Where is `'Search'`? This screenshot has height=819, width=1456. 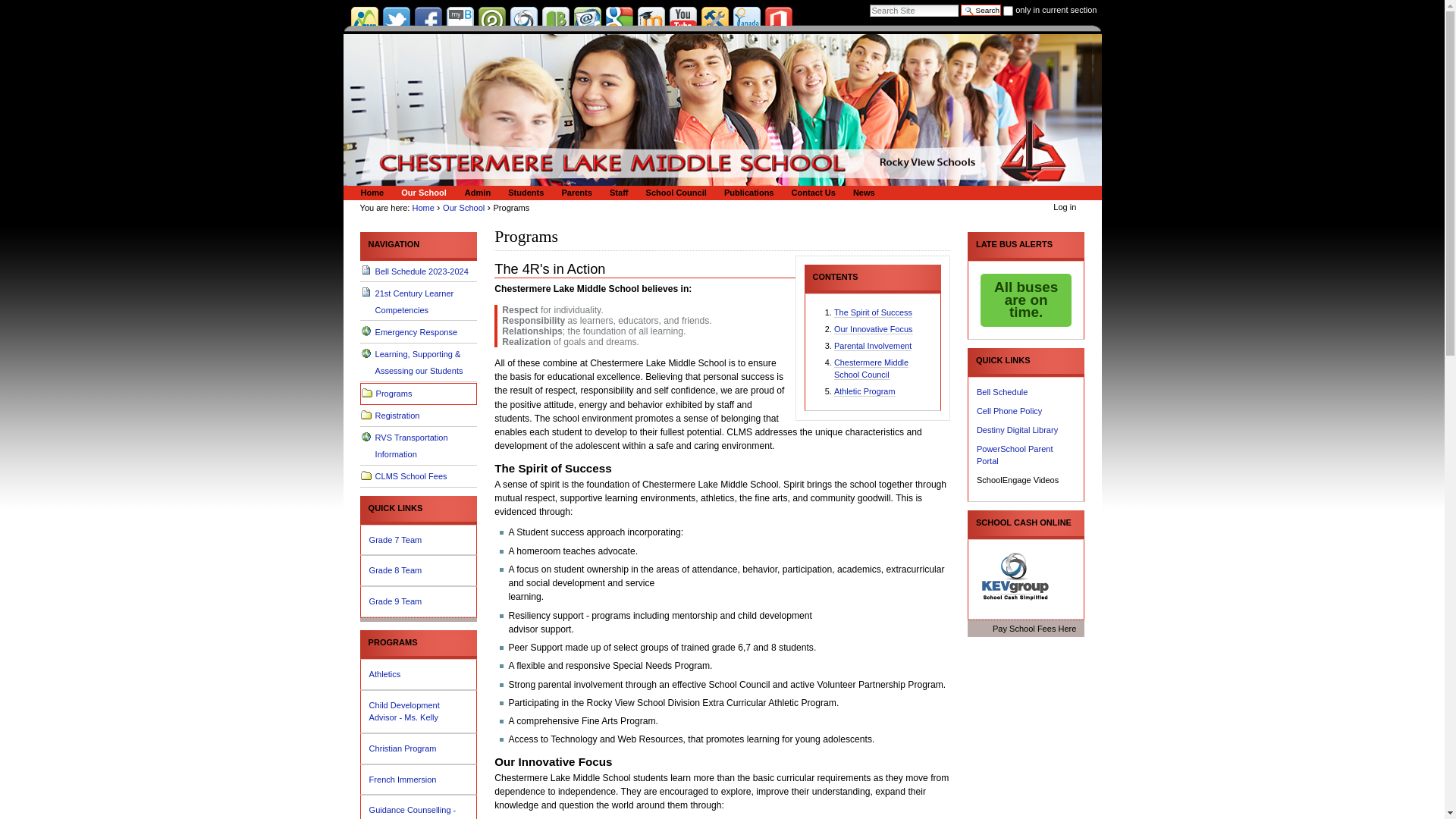
'Search' is located at coordinates (981, 10).